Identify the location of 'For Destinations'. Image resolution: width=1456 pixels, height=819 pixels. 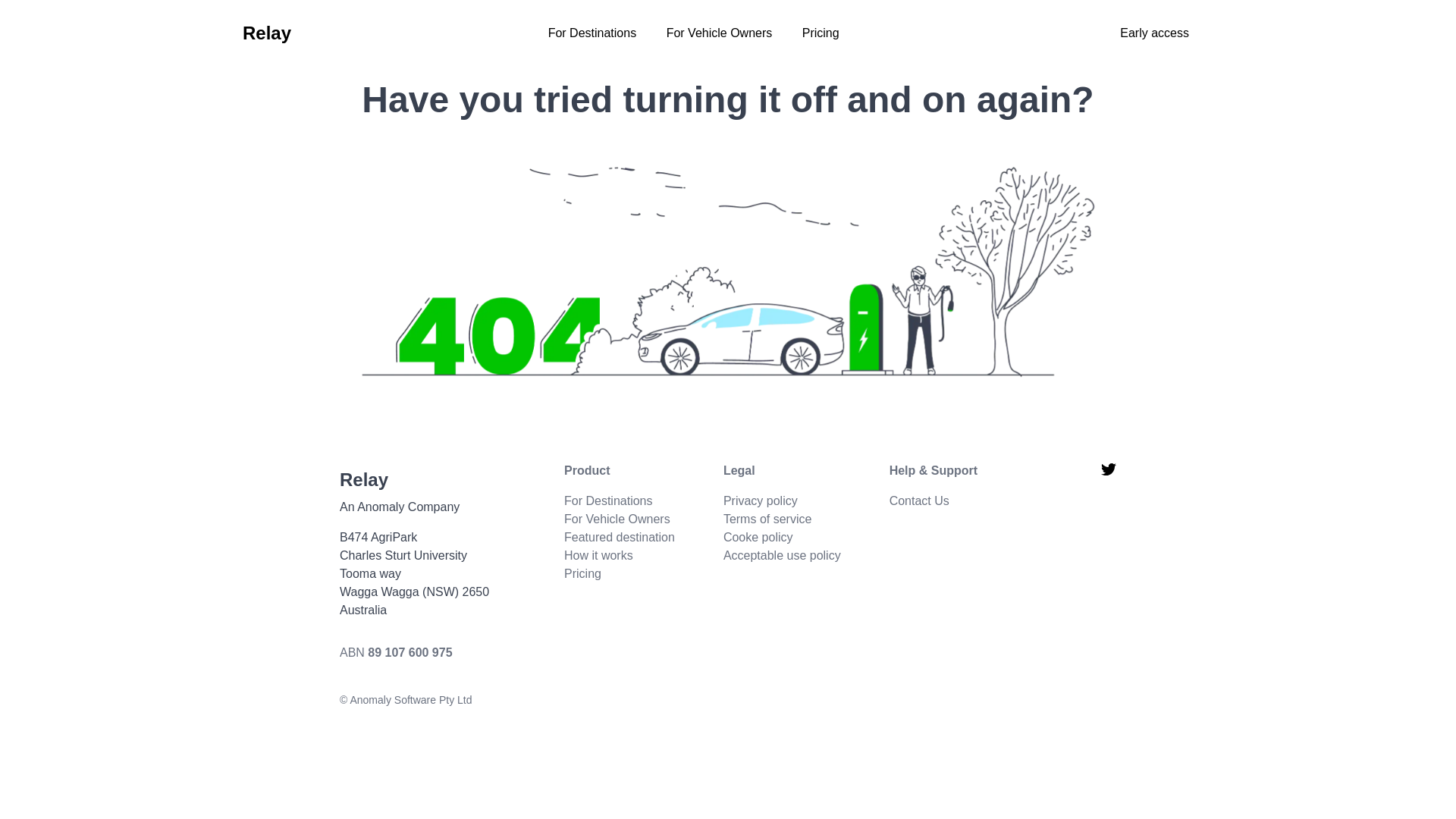
(608, 500).